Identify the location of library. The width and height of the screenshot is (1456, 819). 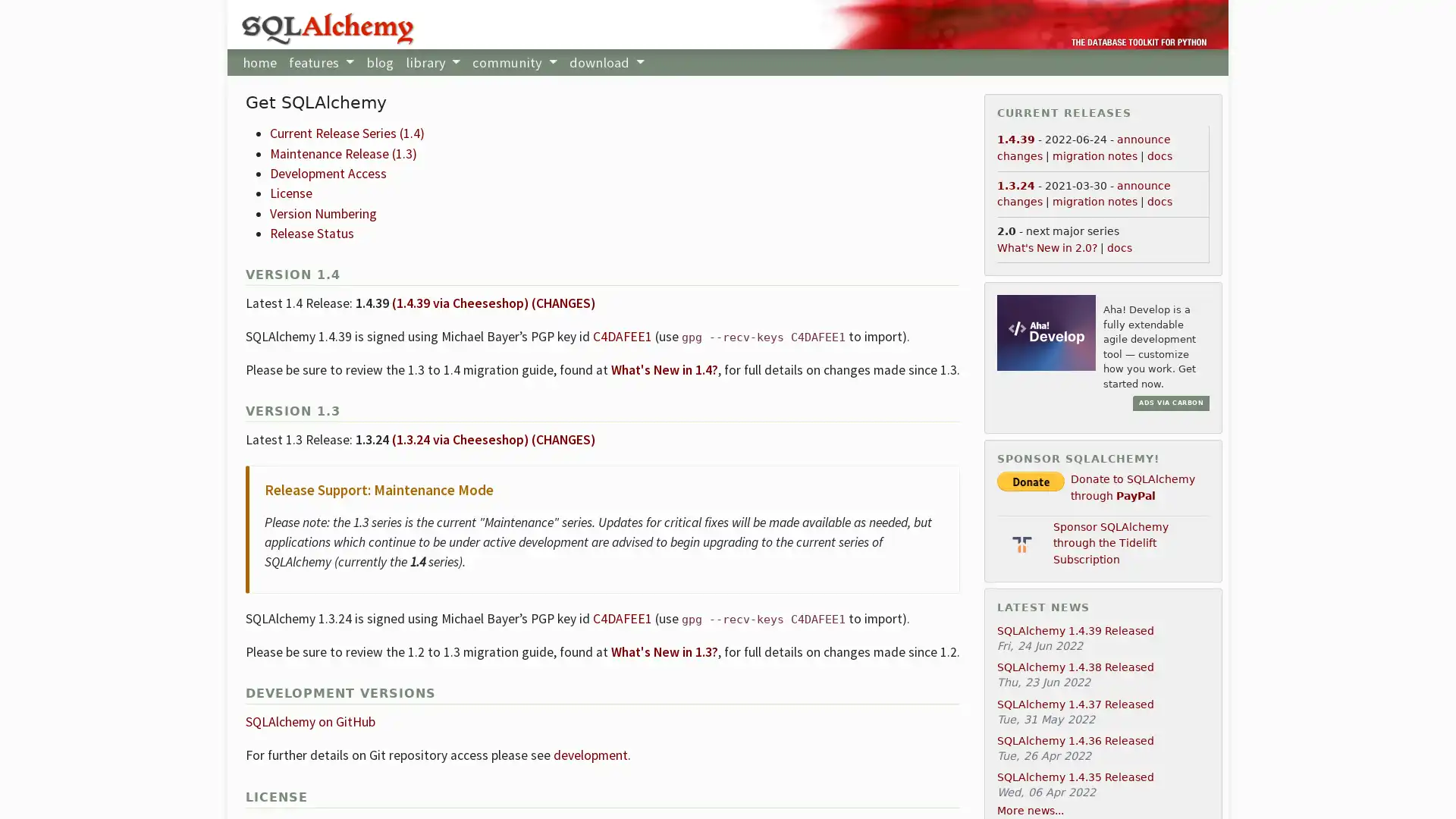
(431, 61).